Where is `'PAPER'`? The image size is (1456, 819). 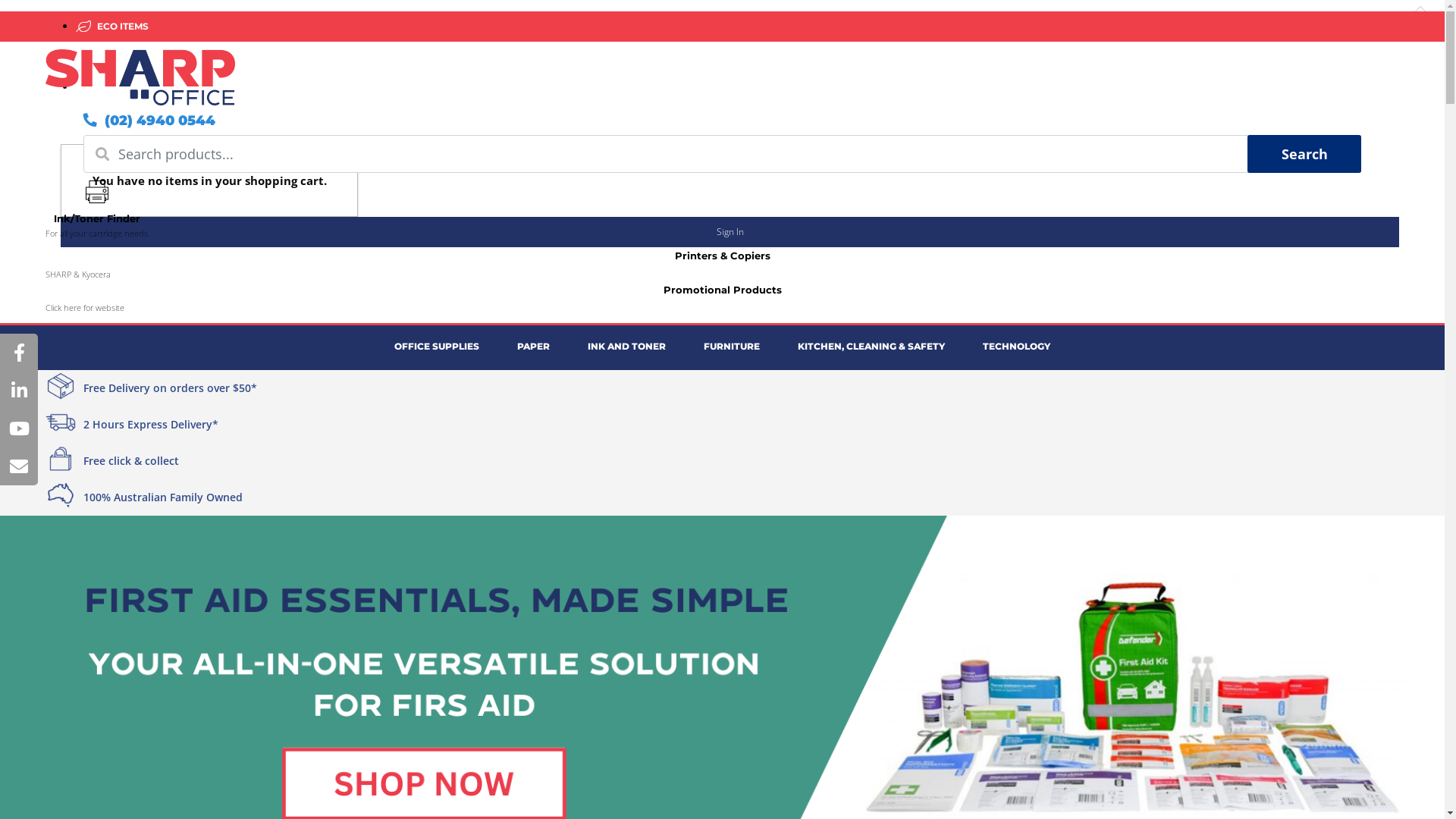 'PAPER' is located at coordinates (533, 346).